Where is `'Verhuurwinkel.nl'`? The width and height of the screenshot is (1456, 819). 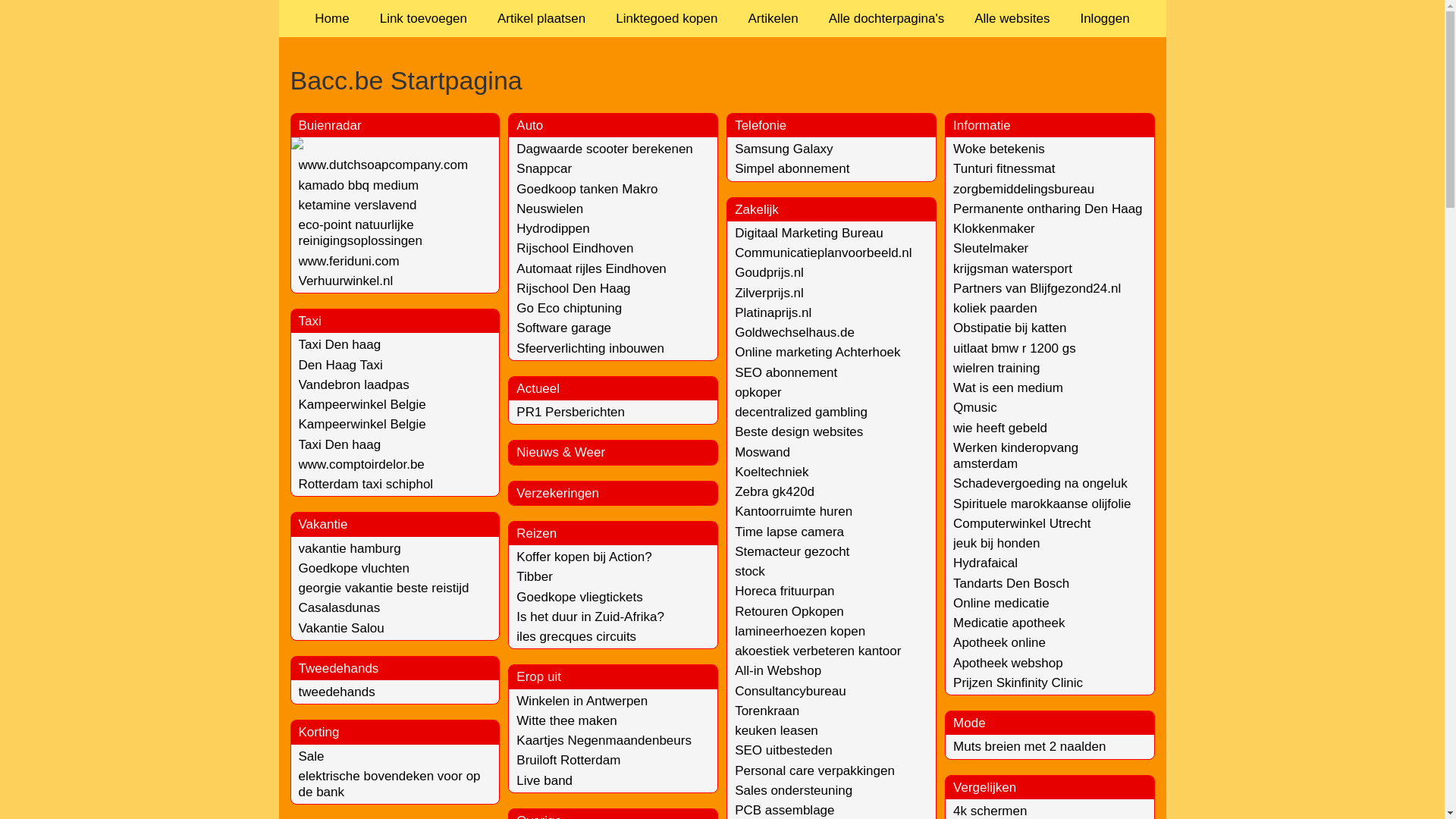 'Verhuurwinkel.nl' is located at coordinates (345, 281).